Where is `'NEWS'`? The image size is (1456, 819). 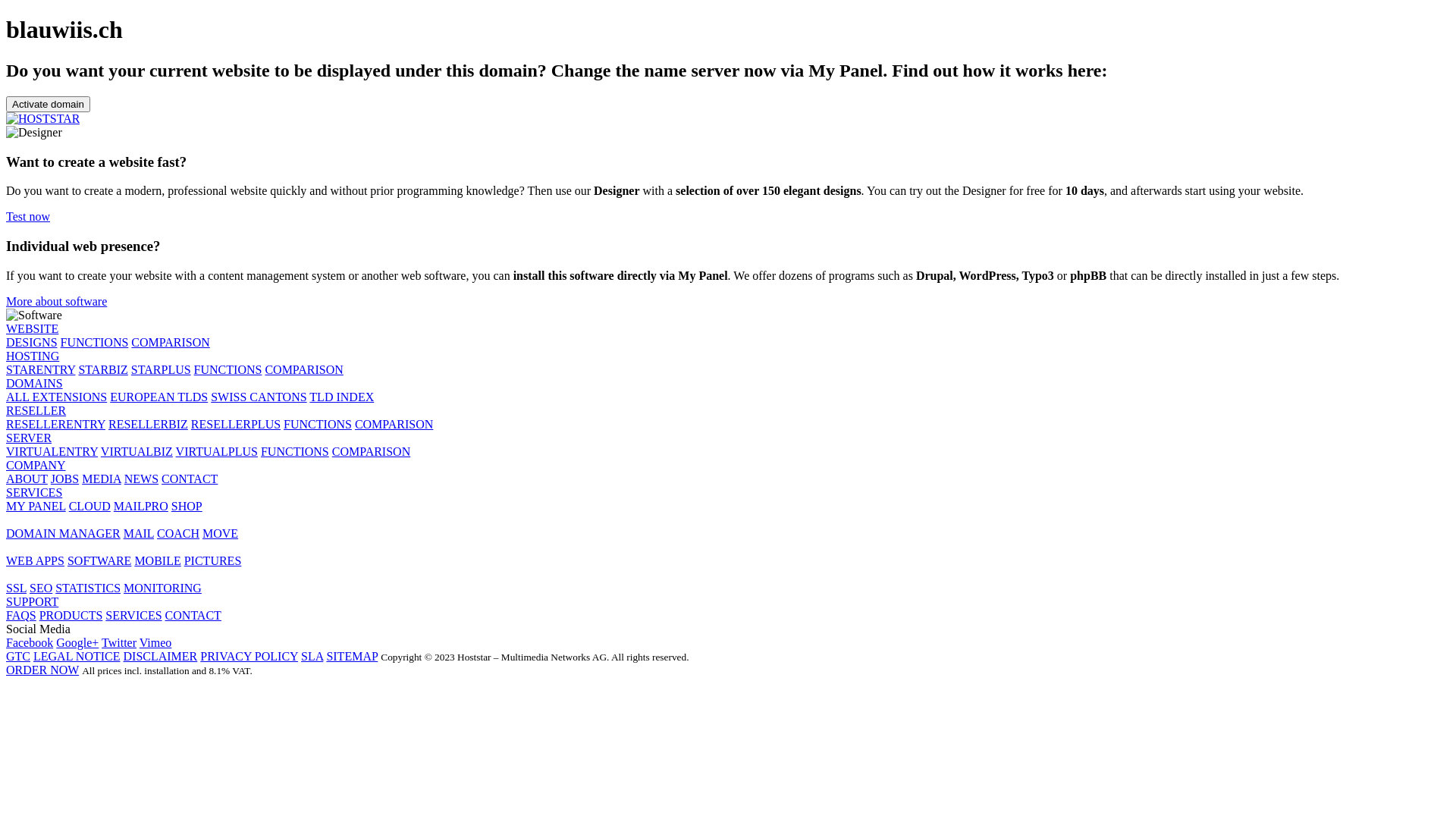
'NEWS' is located at coordinates (141, 479).